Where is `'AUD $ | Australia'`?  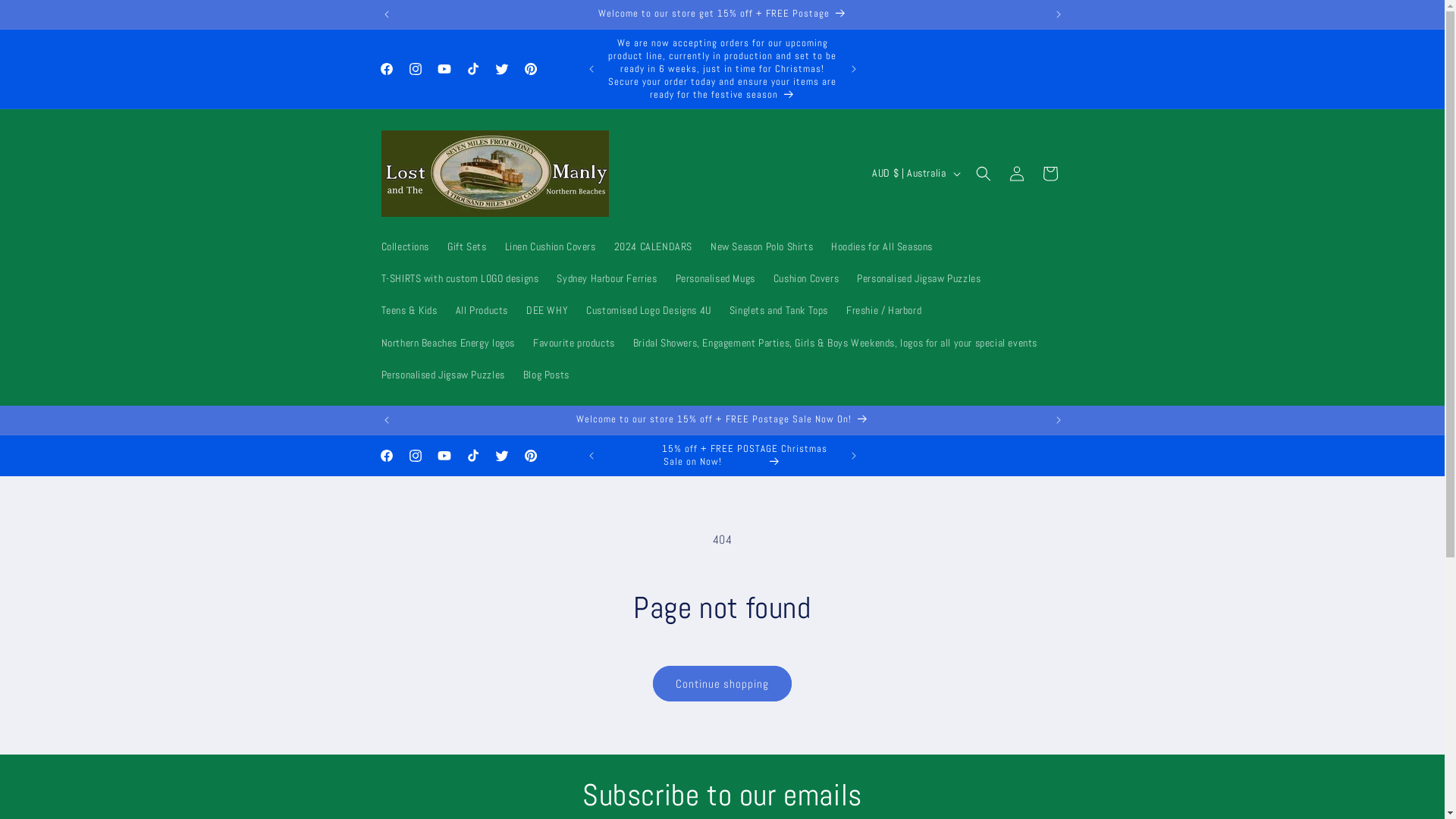 'AUD $ | Australia' is located at coordinates (913, 172).